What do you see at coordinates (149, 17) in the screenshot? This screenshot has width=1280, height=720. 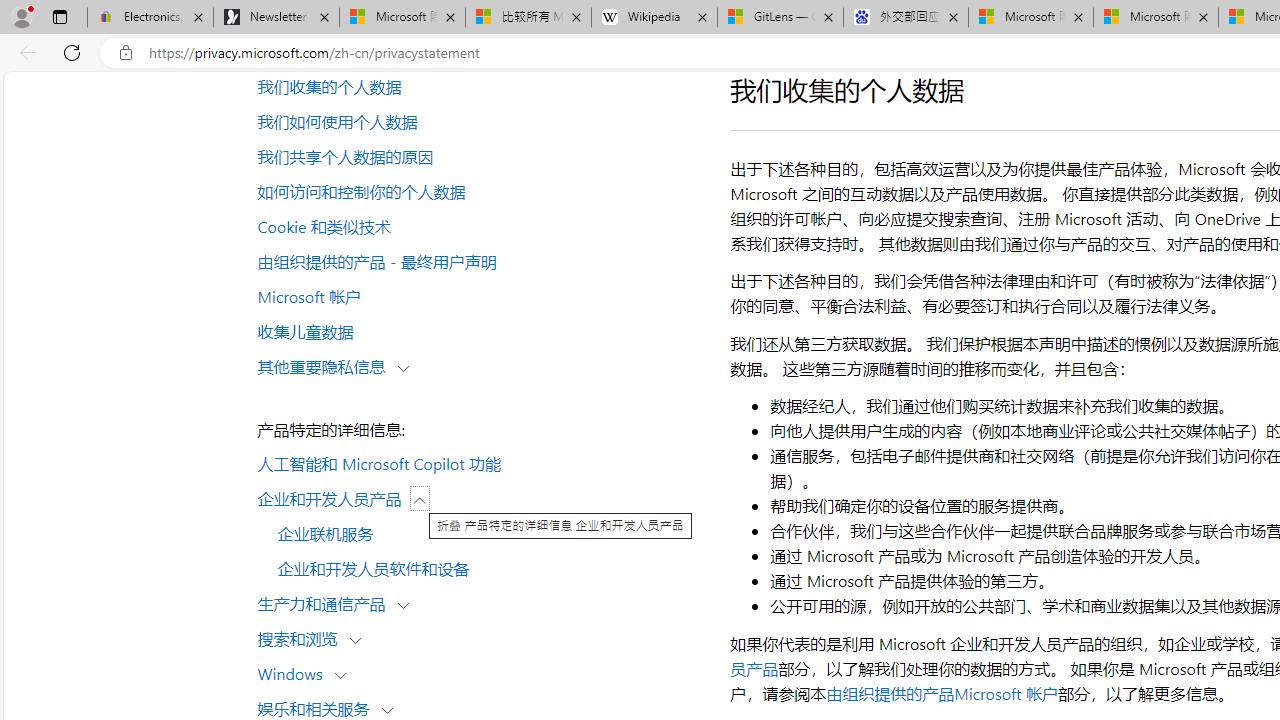 I see `'Electronics, Cars, Fashion, Collectibles & More | eBay'` at bounding box center [149, 17].